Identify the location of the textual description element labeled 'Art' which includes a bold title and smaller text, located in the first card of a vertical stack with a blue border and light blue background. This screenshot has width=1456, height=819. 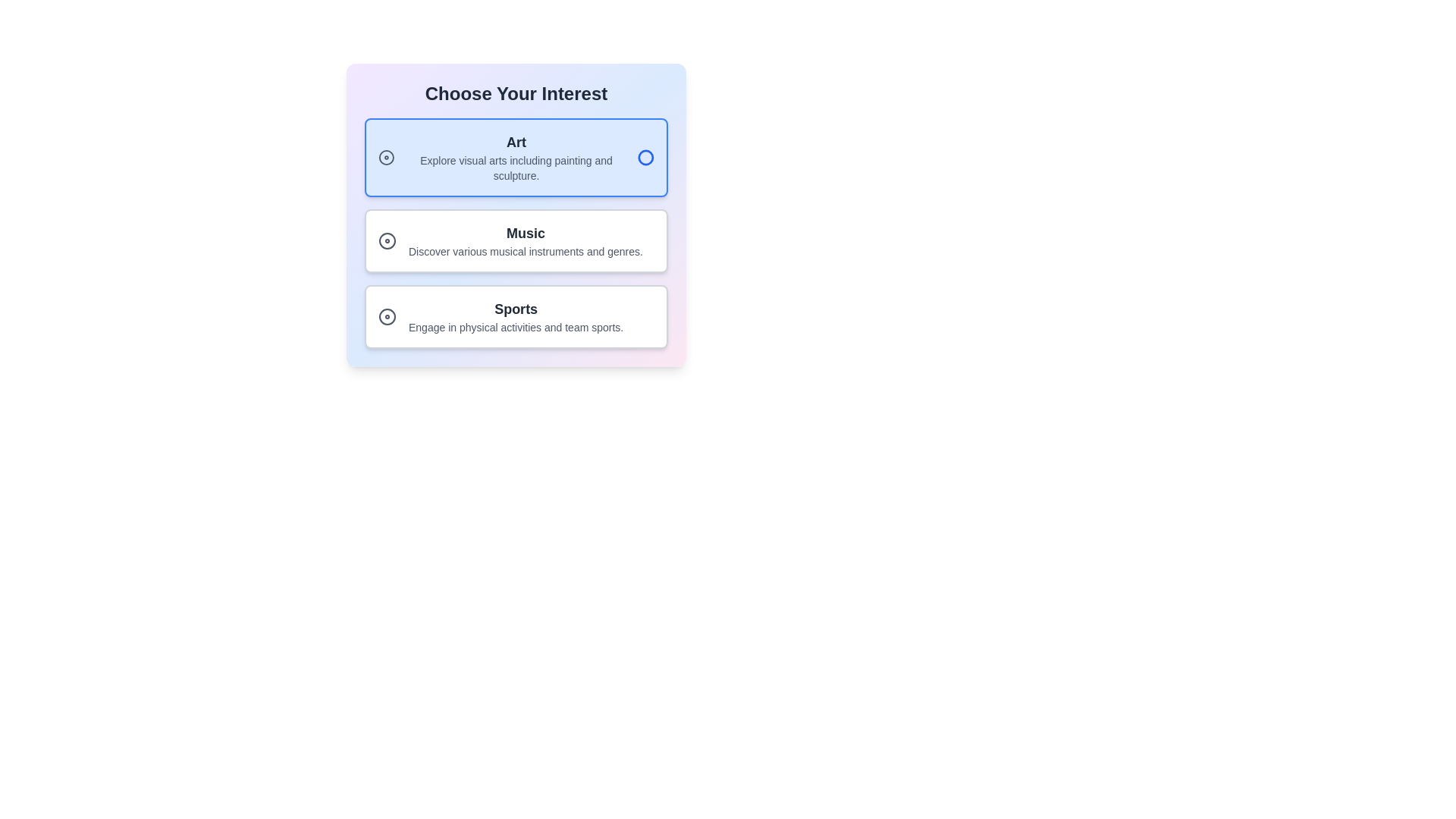
(516, 158).